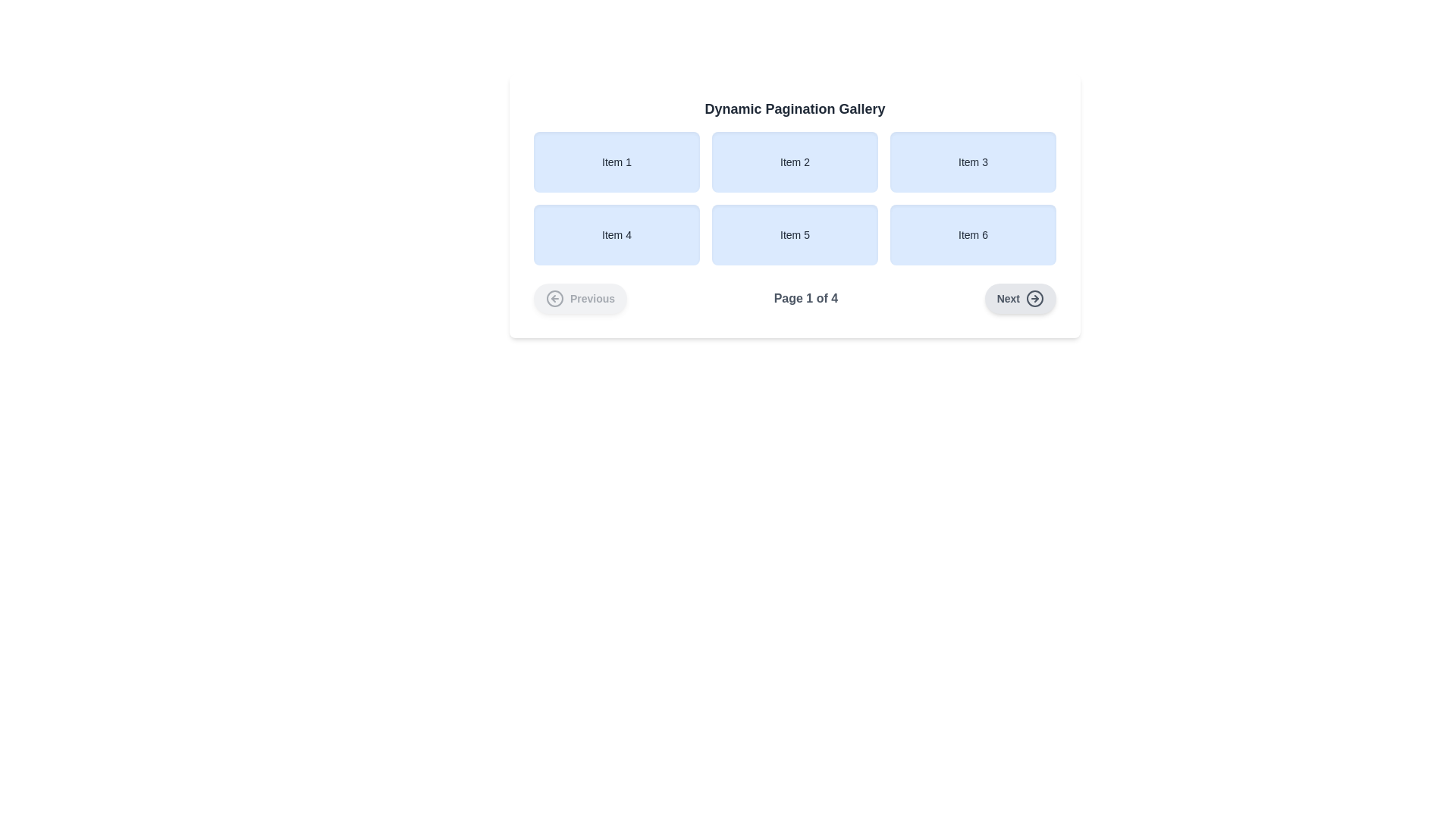 Image resolution: width=1456 pixels, height=819 pixels. Describe the element at coordinates (973, 162) in the screenshot. I see `the text label 'Item 3' which is the third box in the first row of a grid layout, featuring a light blue background and rounded corners` at that location.